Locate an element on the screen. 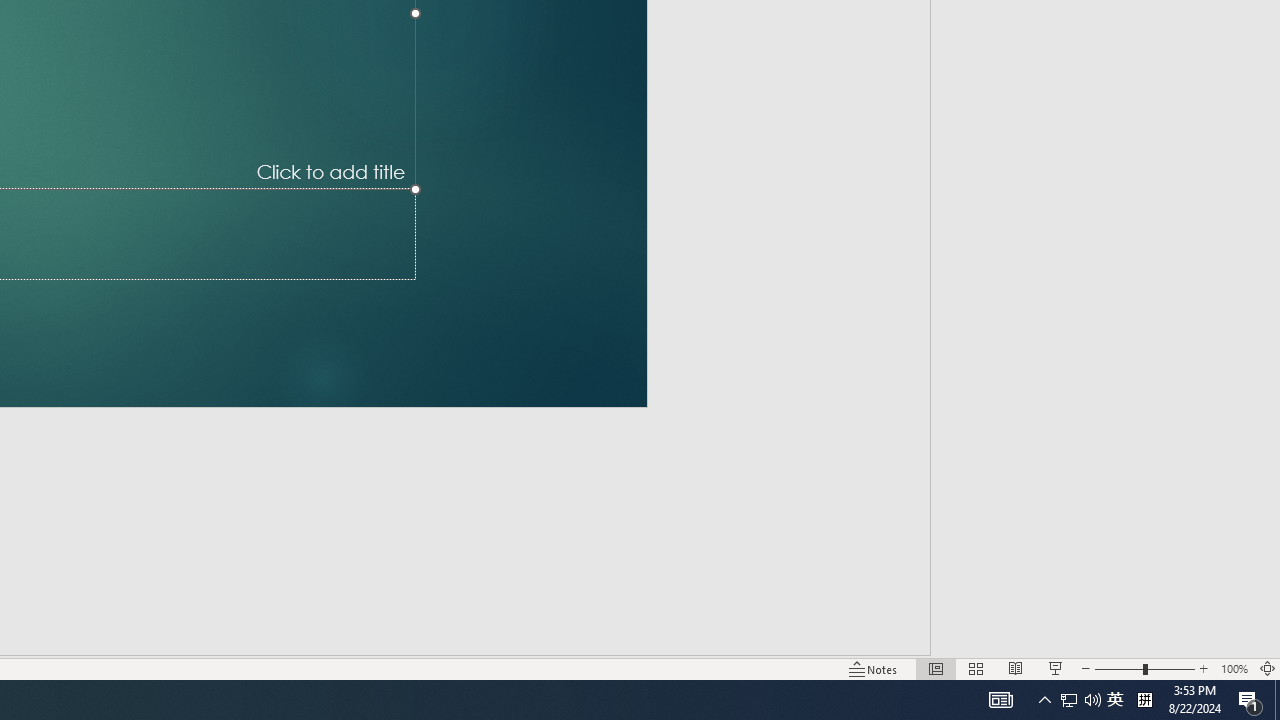 Image resolution: width=1280 pixels, height=720 pixels. 'Zoom In' is located at coordinates (1203, 669).